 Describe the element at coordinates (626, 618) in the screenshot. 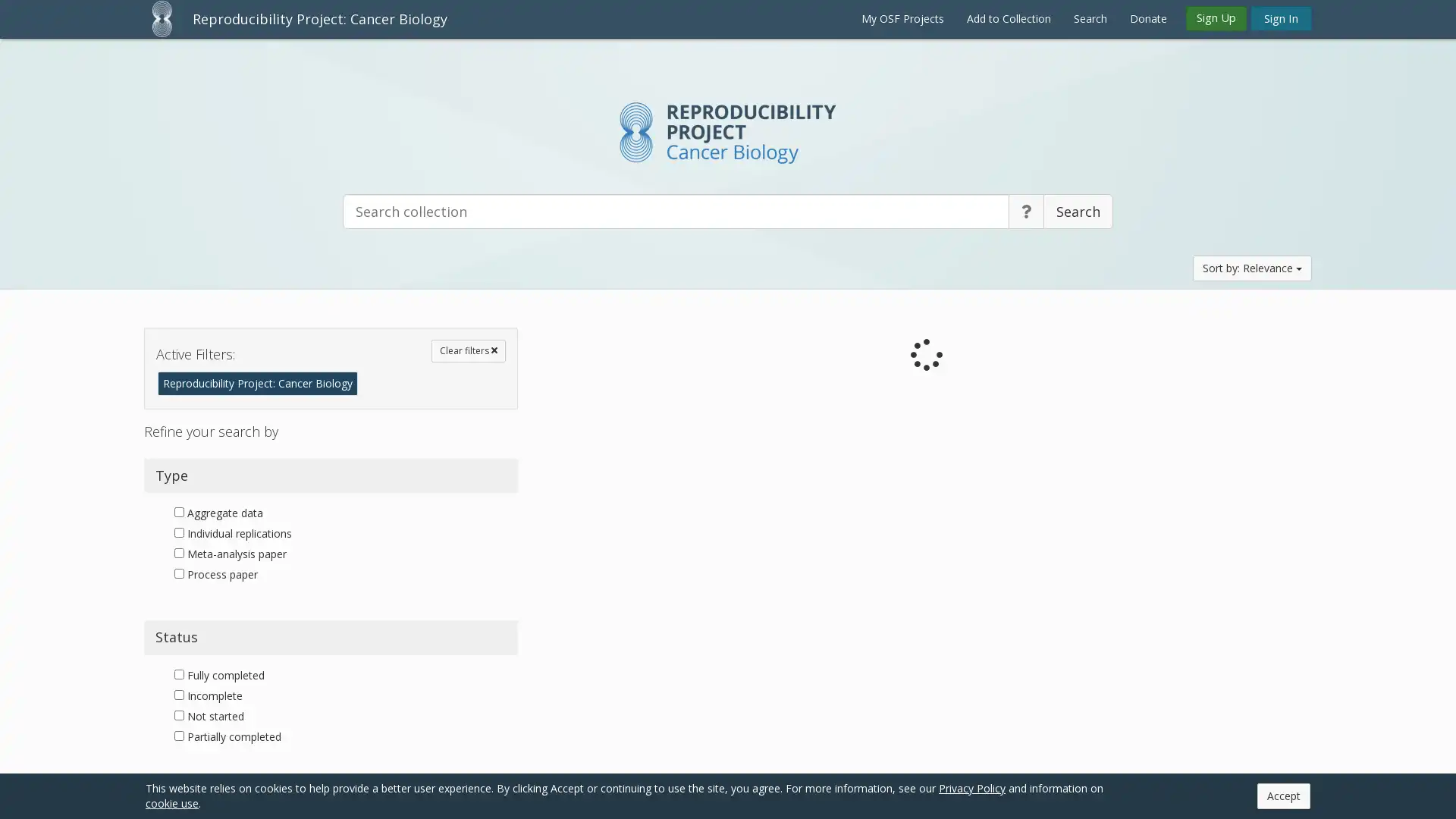

I see `Type: Individual replications` at that location.